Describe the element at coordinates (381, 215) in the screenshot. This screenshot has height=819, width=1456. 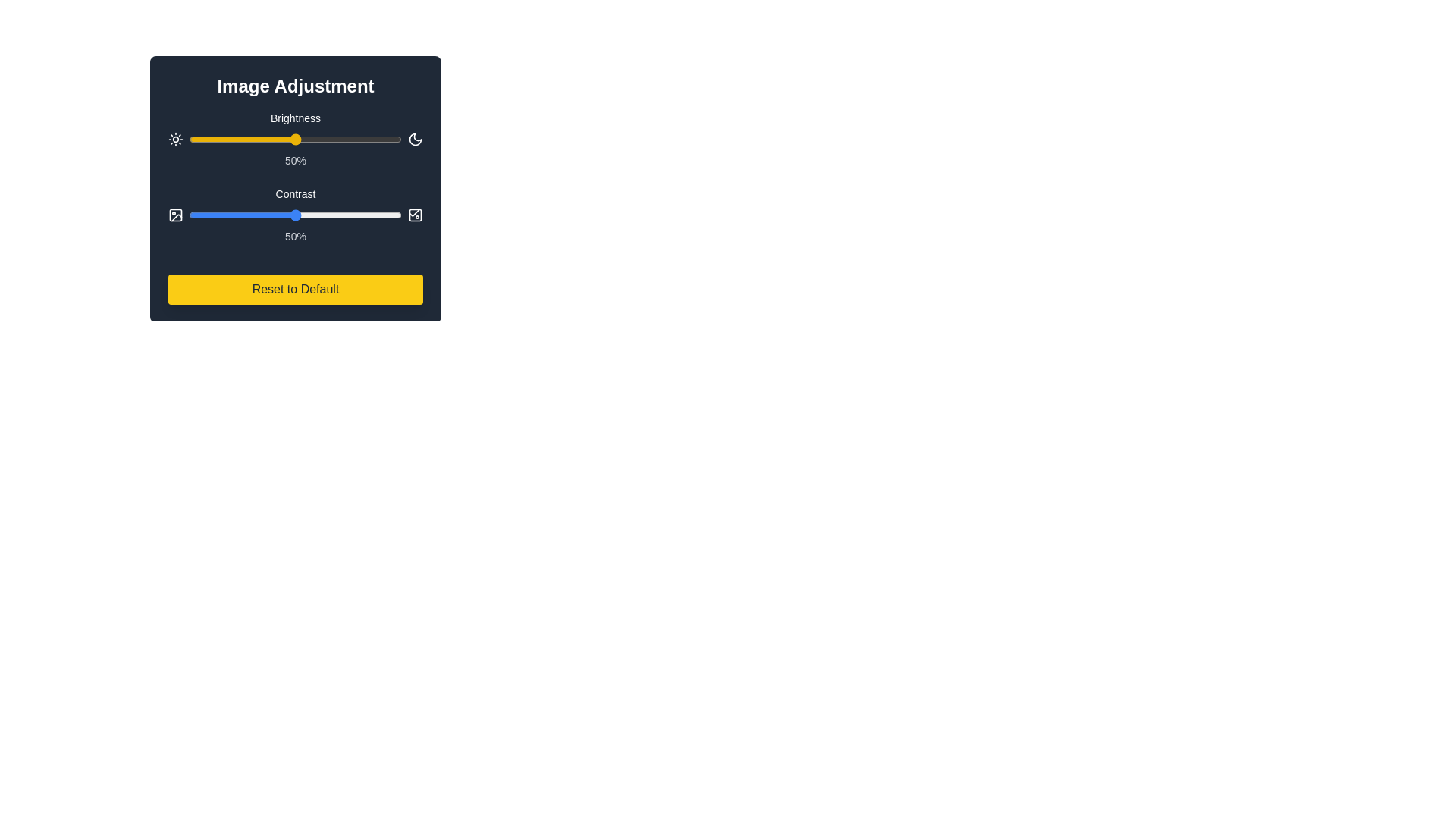
I see `contrast` at that location.